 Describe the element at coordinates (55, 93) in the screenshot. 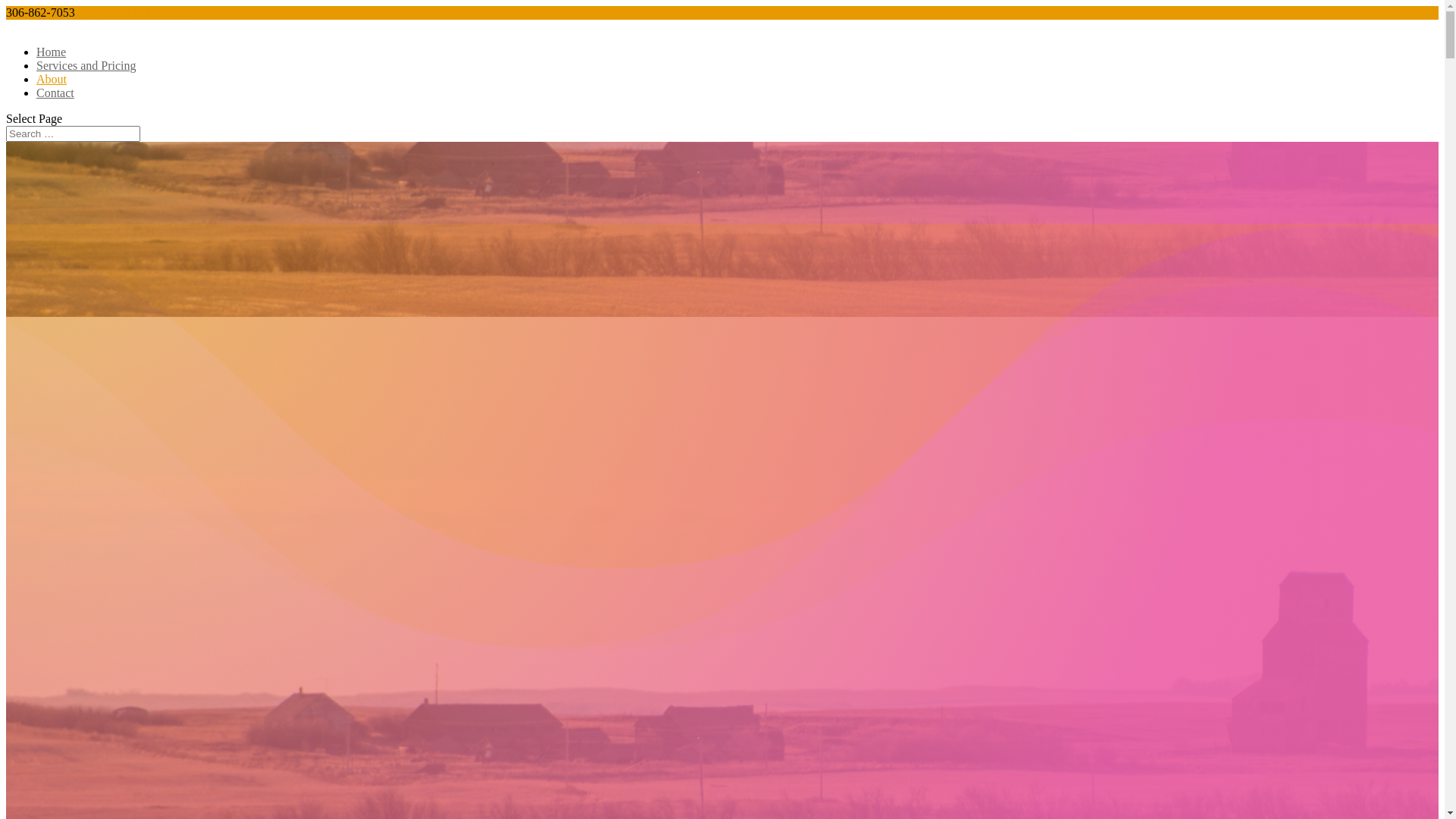

I see `'Contact'` at that location.